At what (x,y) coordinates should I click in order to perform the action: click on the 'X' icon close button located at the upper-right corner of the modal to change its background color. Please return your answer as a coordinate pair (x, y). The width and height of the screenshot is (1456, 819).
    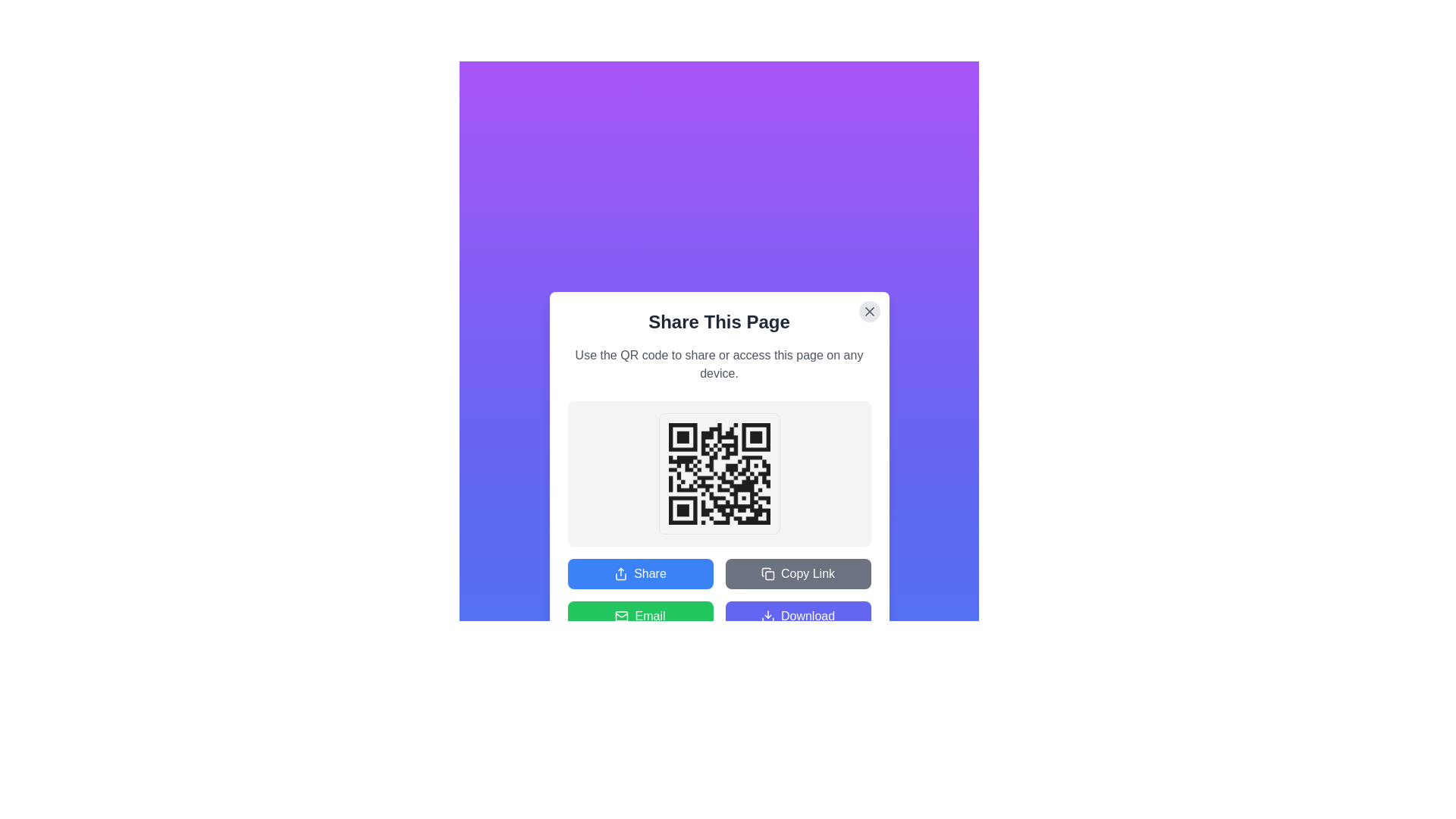
    Looking at the image, I should click on (869, 311).